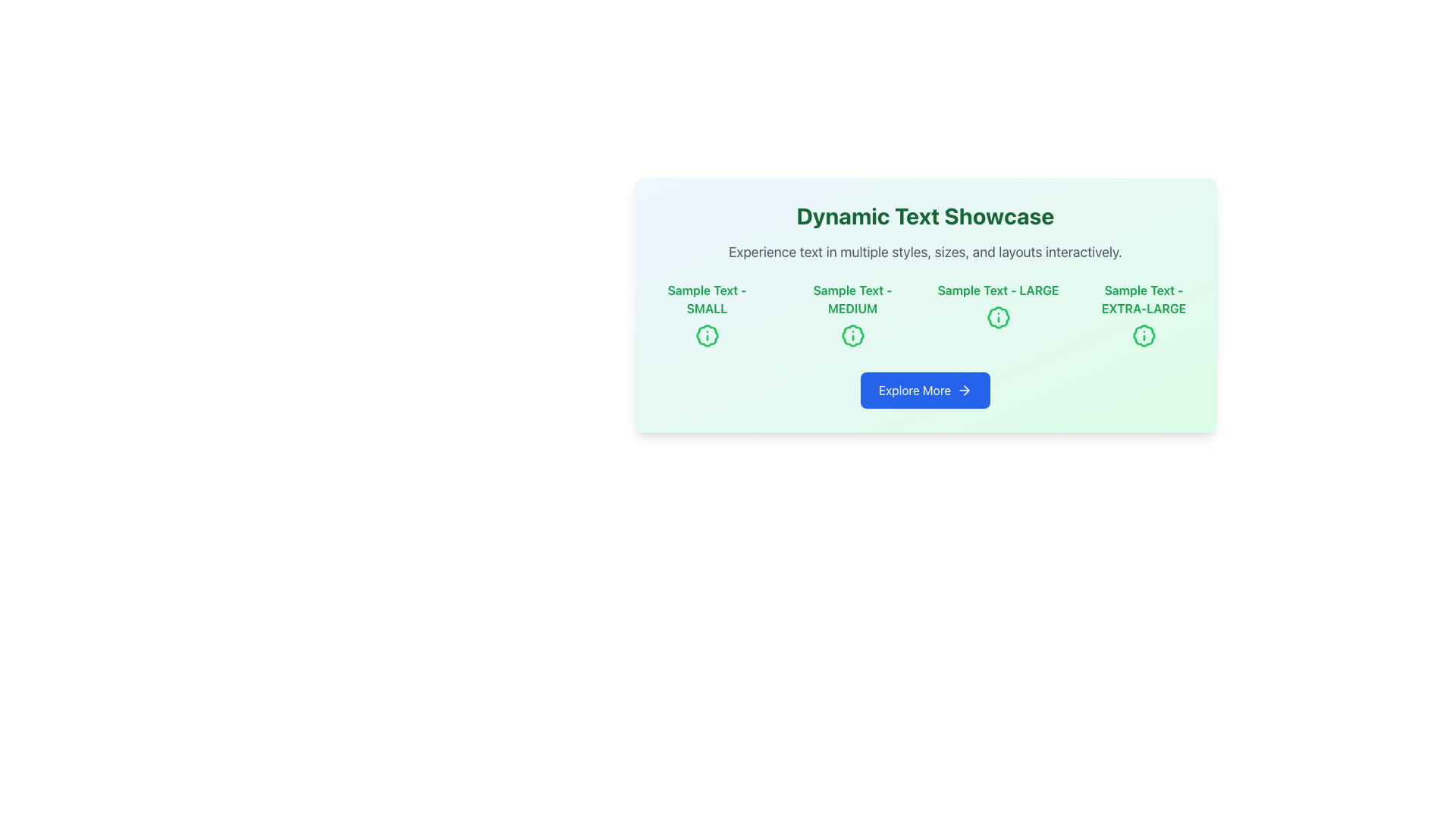  What do you see at coordinates (924, 390) in the screenshot?
I see `the 'Explore More' button with a blue background and white text` at bounding box center [924, 390].